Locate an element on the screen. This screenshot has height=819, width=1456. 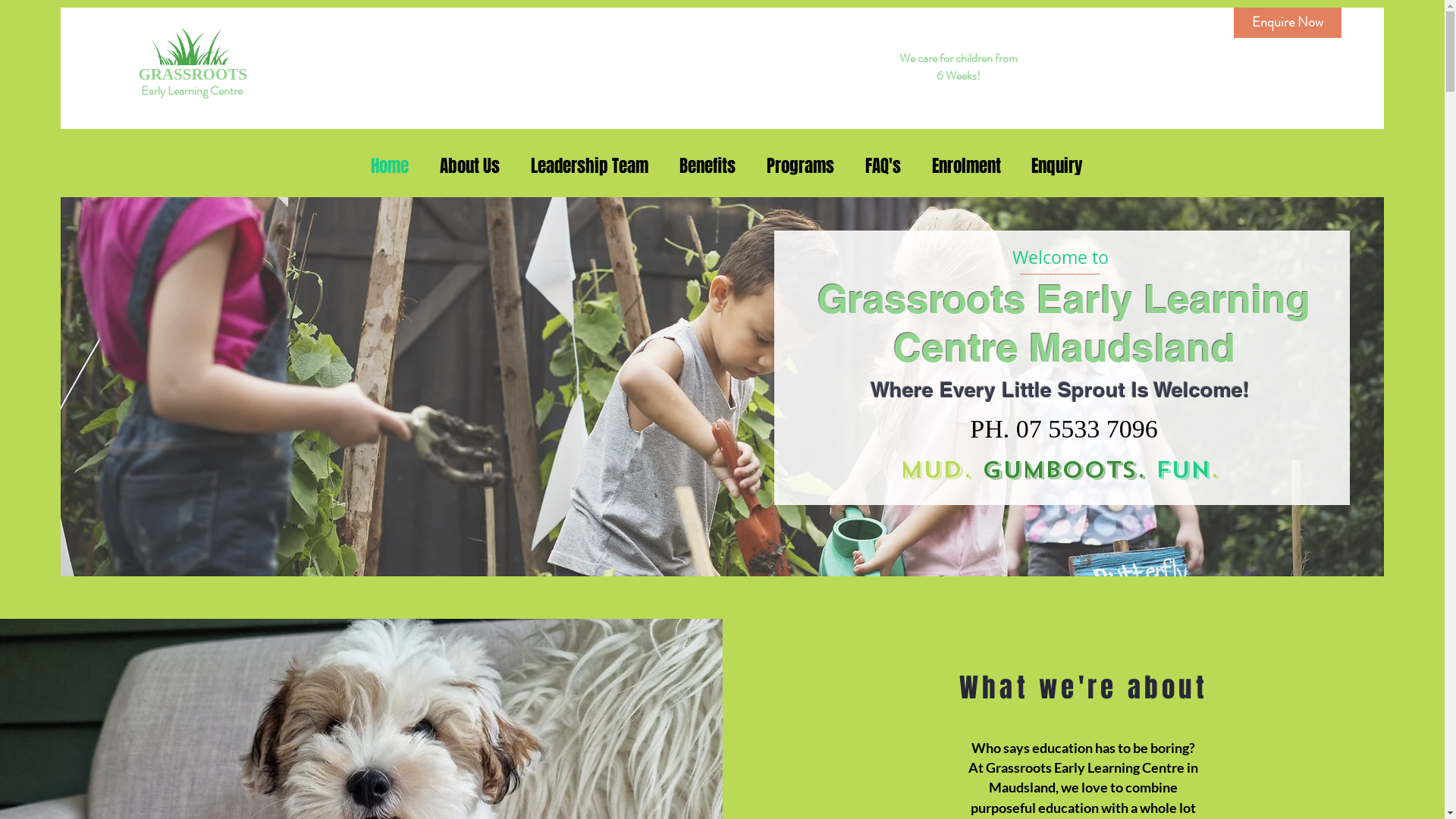
'We care for children from 6 Weeks!' is located at coordinates (957, 66).